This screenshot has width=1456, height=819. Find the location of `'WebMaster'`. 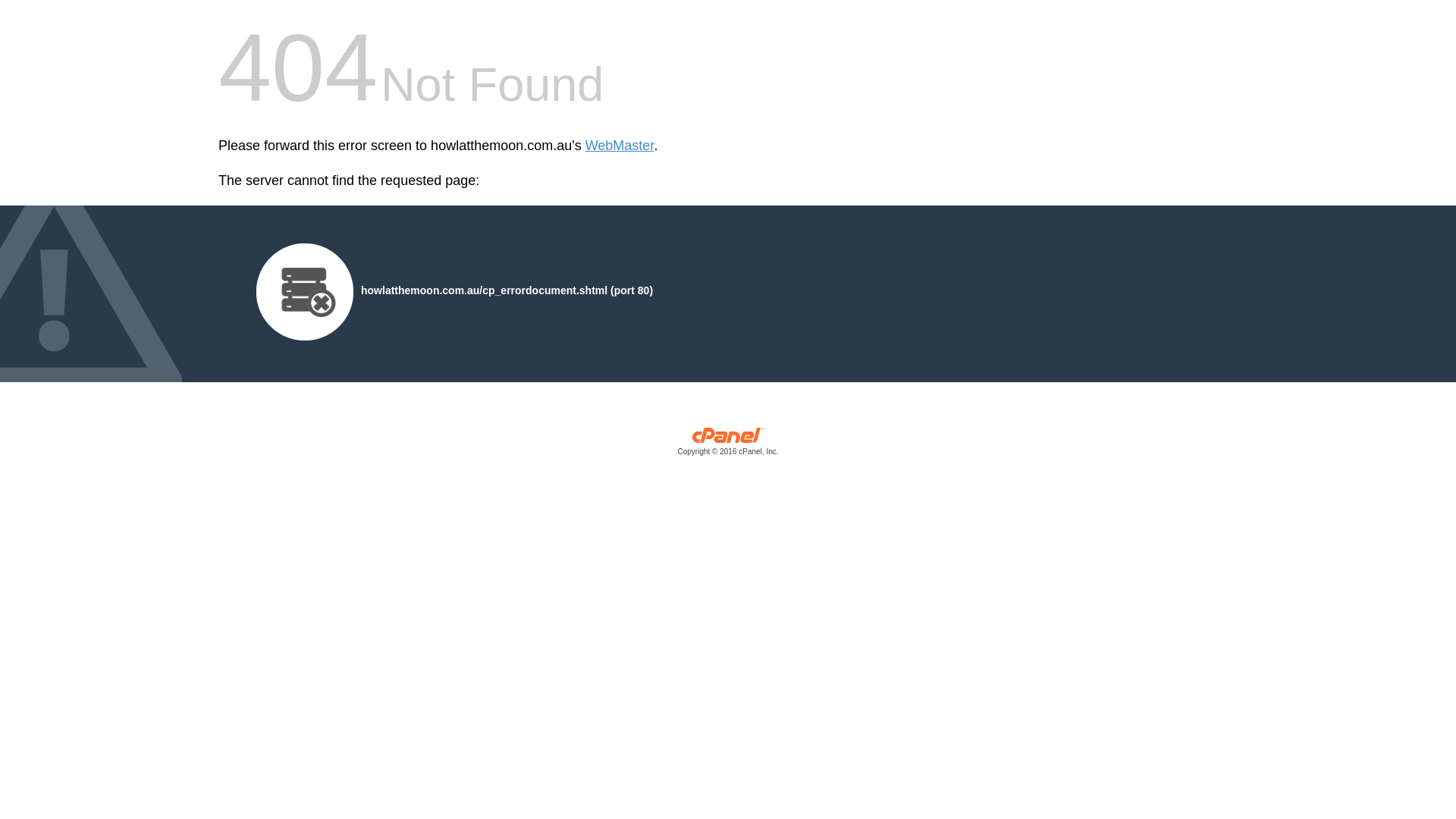

'WebMaster' is located at coordinates (620, 146).